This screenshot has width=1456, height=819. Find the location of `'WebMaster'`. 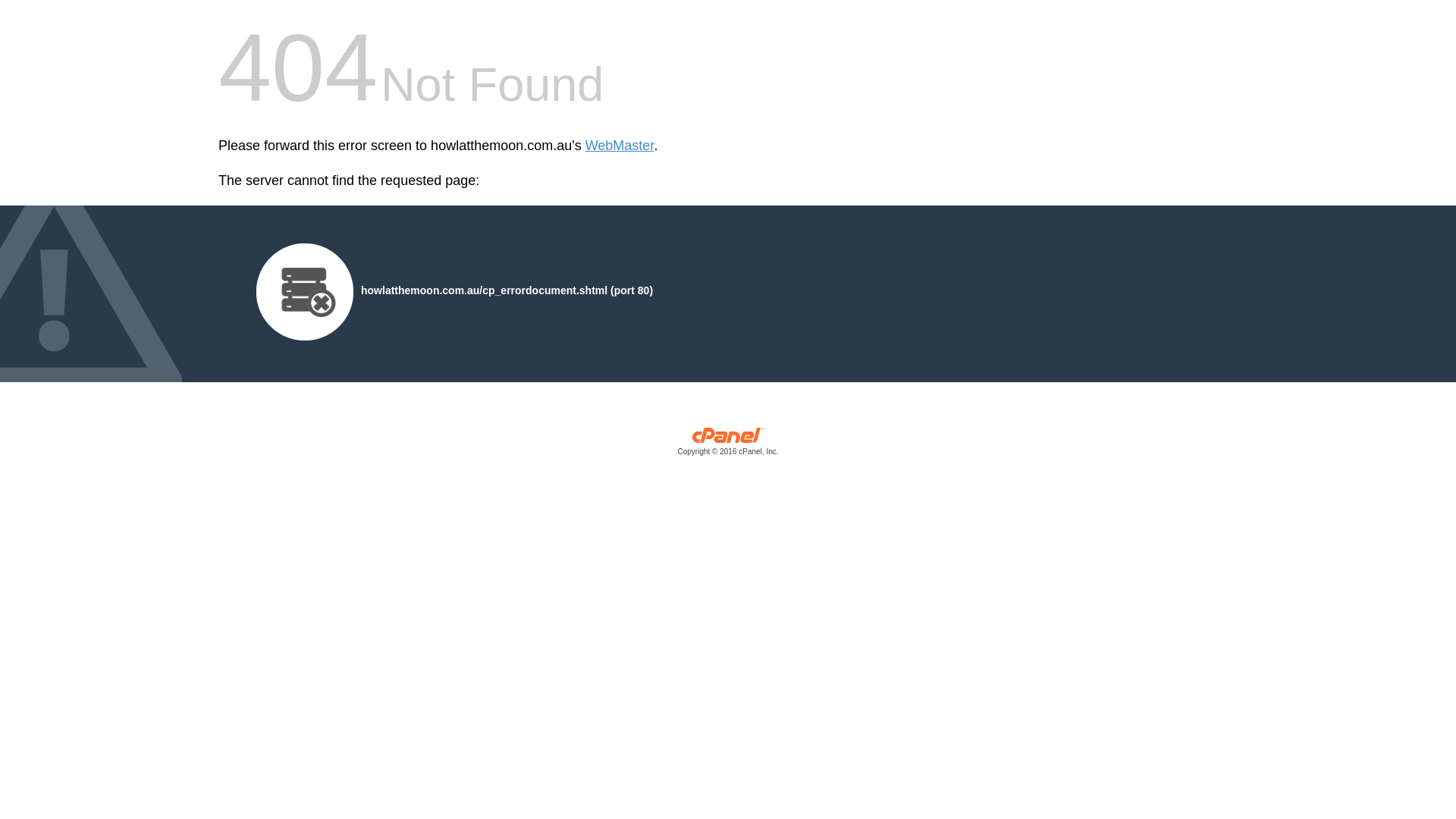

'WebMaster' is located at coordinates (620, 146).